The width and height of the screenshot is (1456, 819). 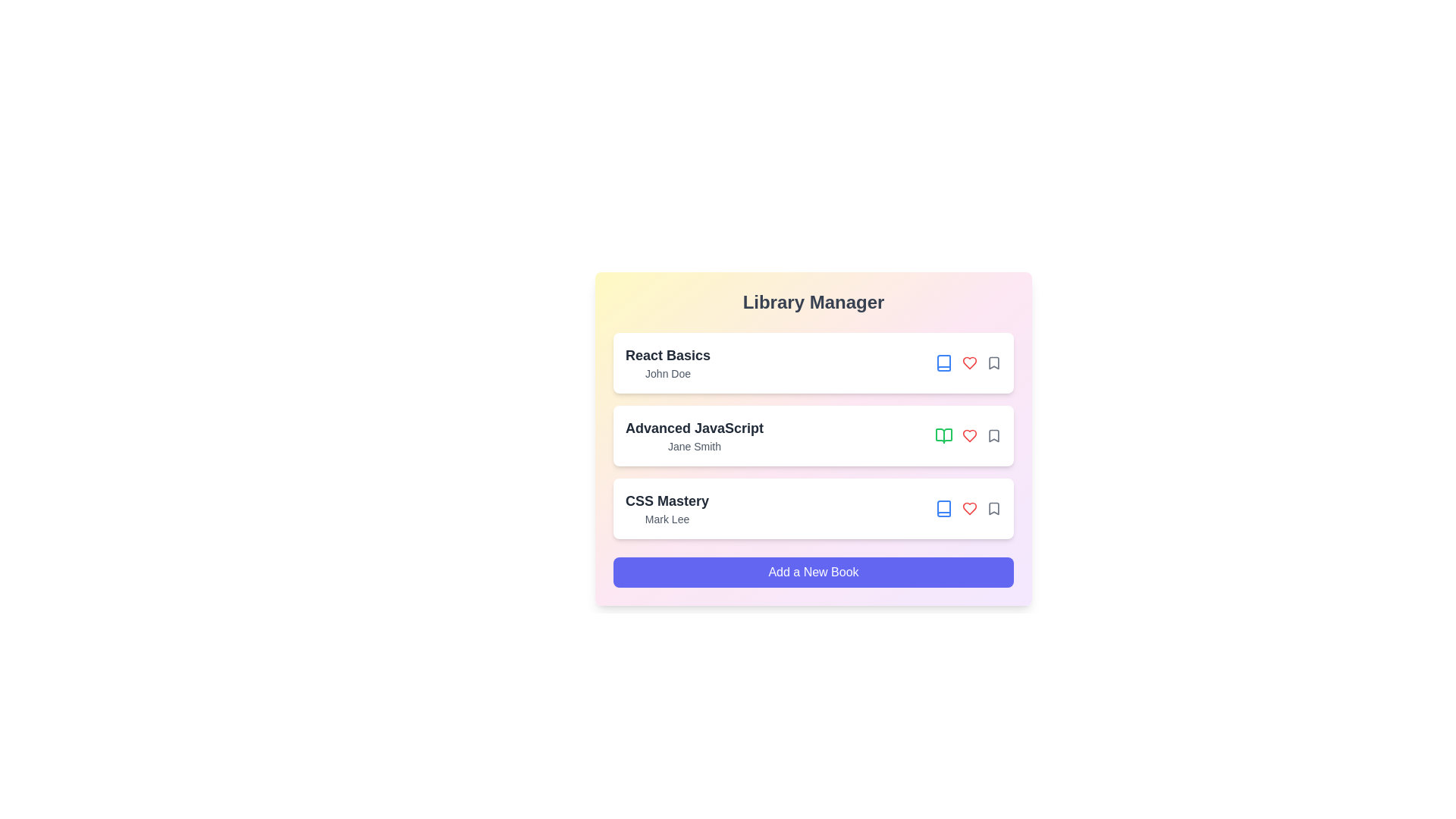 What do you see at coordinates (813, 573) in the screenshot?
I see `the 'Add a New Book' button` at bounding box center [813, 573].